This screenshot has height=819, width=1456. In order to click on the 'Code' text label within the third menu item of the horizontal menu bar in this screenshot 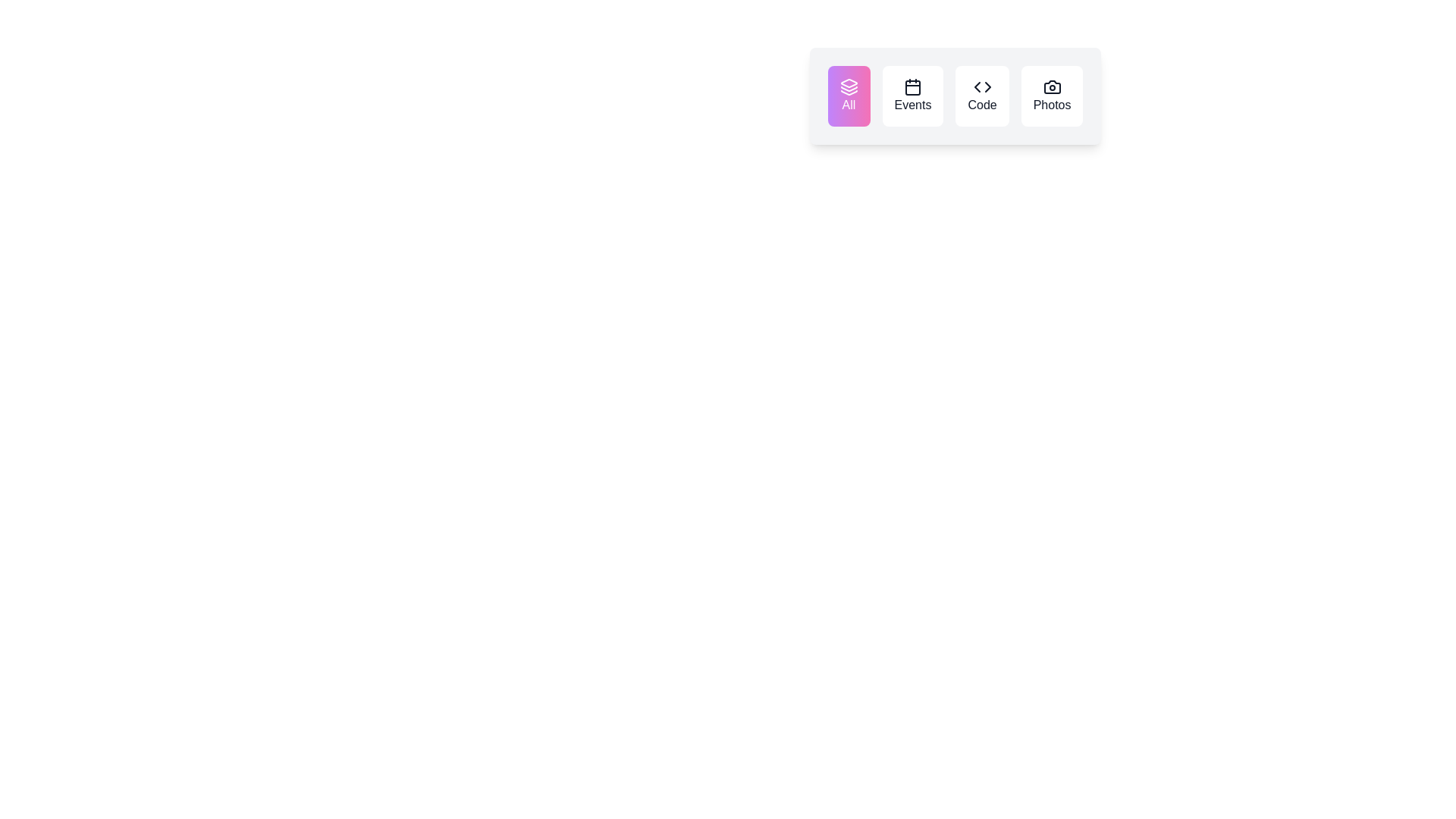, I will do `click(982, 104)`.